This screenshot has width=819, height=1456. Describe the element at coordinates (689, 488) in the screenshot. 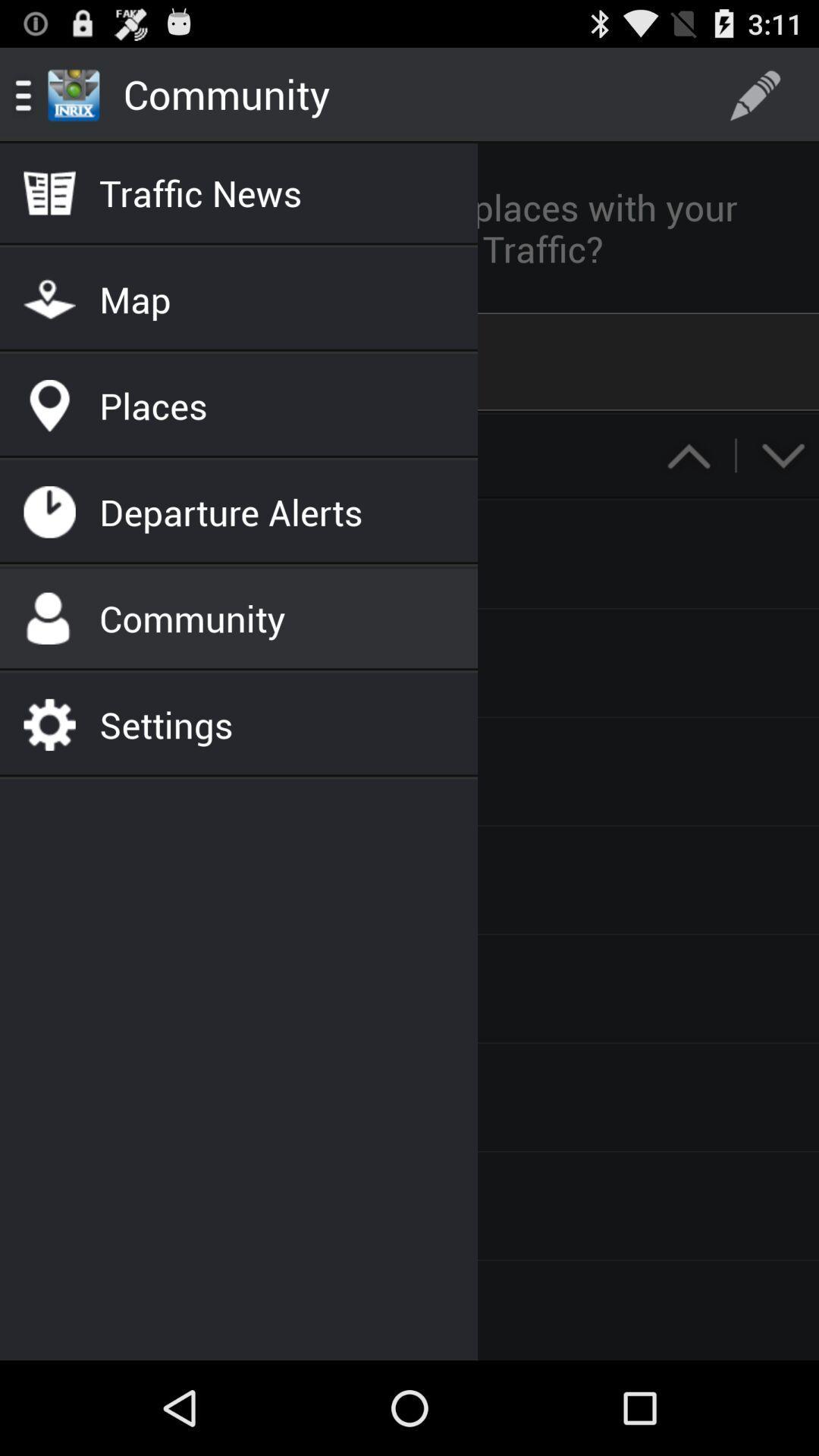

I see `the expand_less icon` at that location.